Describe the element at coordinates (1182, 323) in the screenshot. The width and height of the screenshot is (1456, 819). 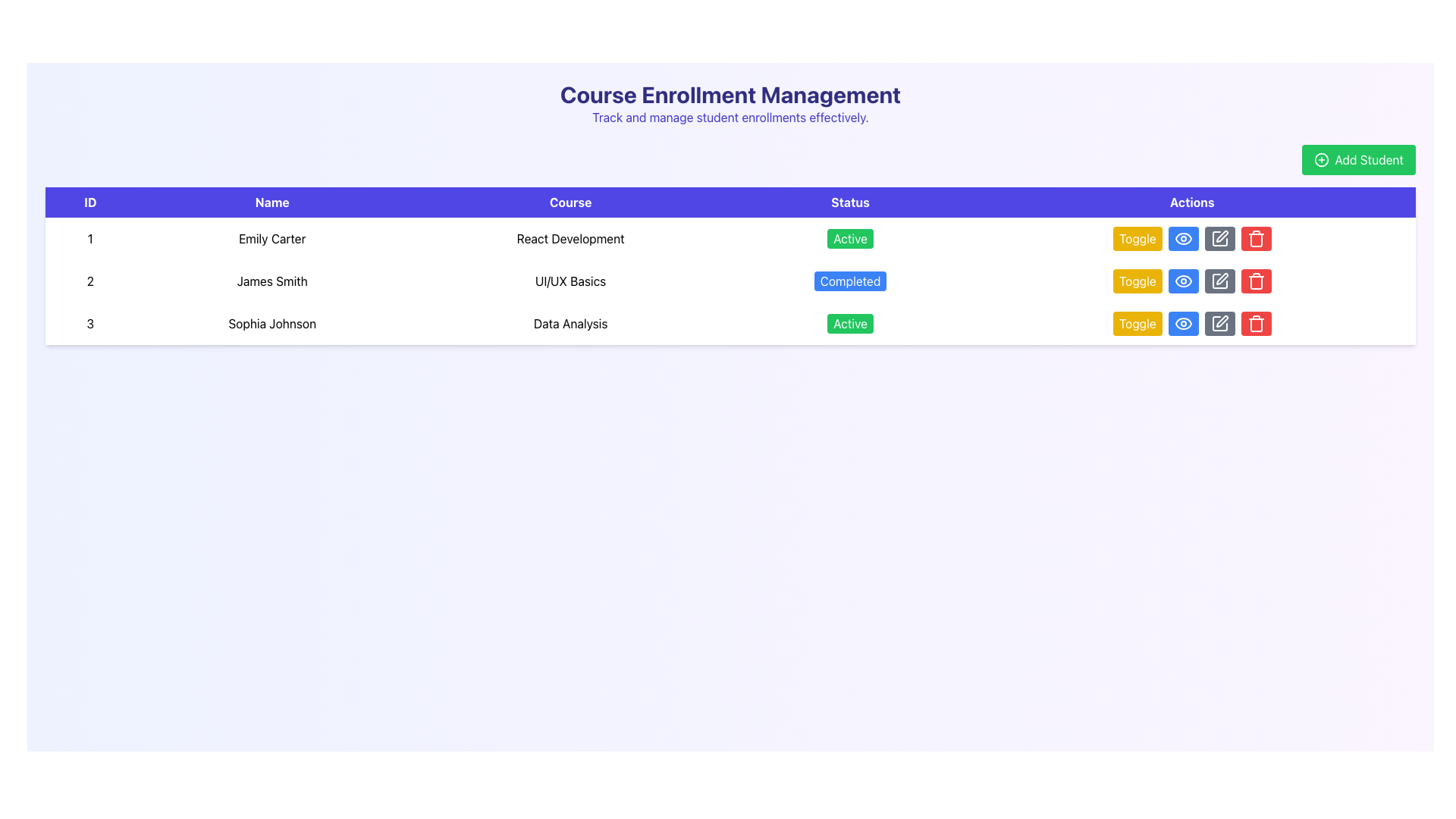
I see `the eye icon button in the 'Actions' column of the third row of the table` at that location.